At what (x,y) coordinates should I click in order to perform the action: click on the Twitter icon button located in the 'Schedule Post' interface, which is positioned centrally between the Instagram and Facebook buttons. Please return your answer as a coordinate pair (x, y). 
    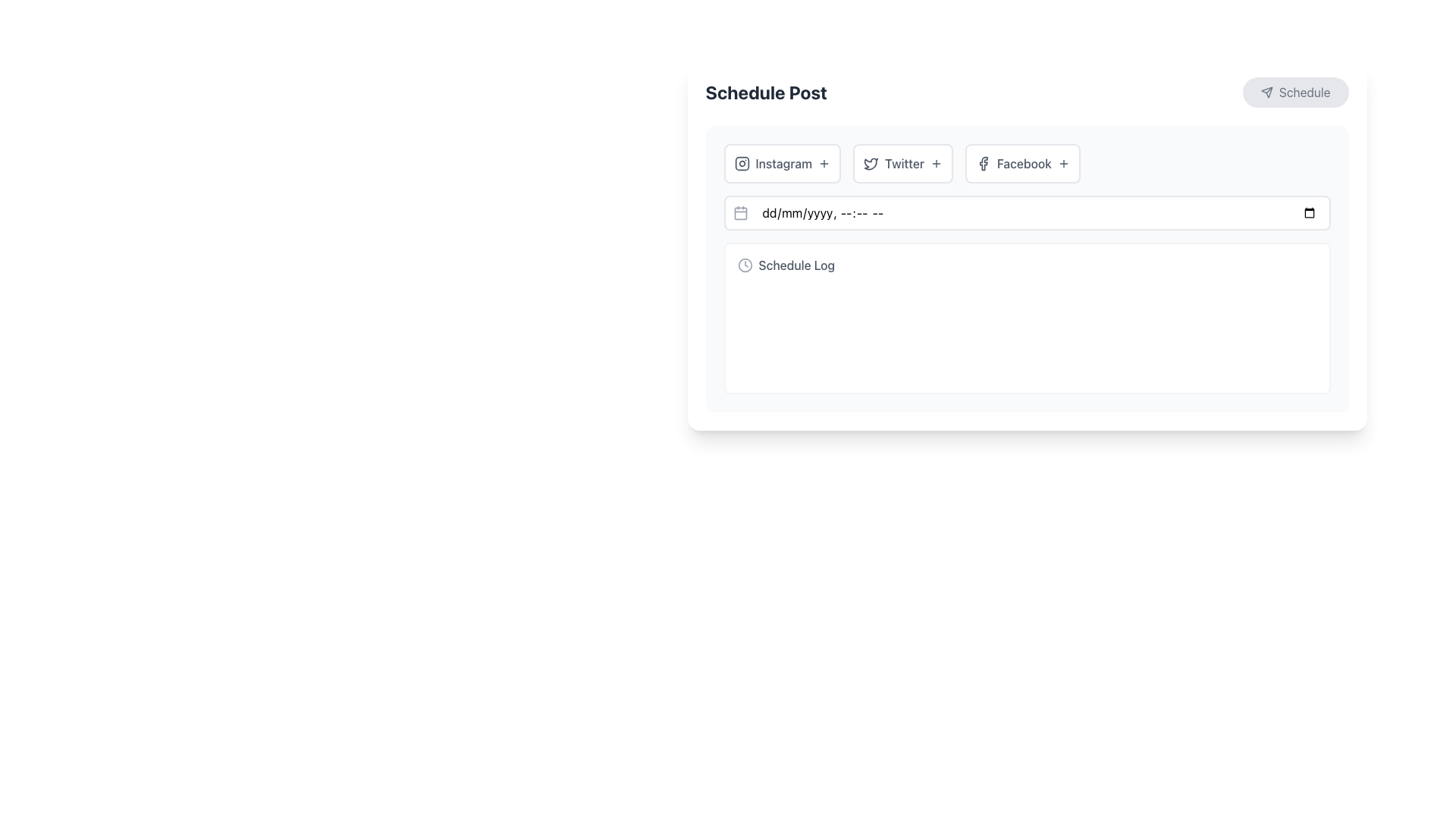
    Looking at the image, I should click on (871, 164).